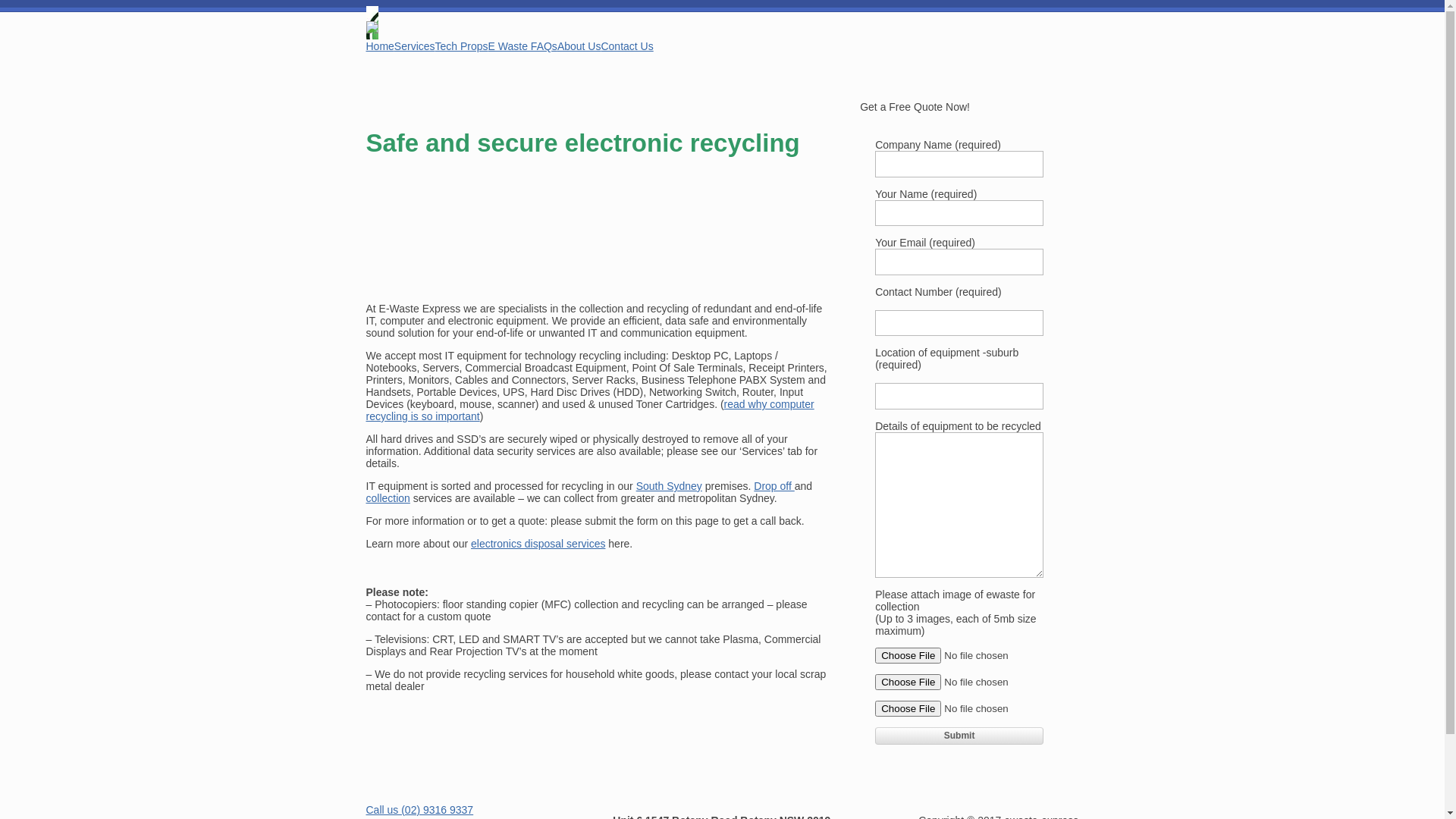 The height and width of the screenshot is (819, 1456). I want to click on 'About Us', so click(556, 45).